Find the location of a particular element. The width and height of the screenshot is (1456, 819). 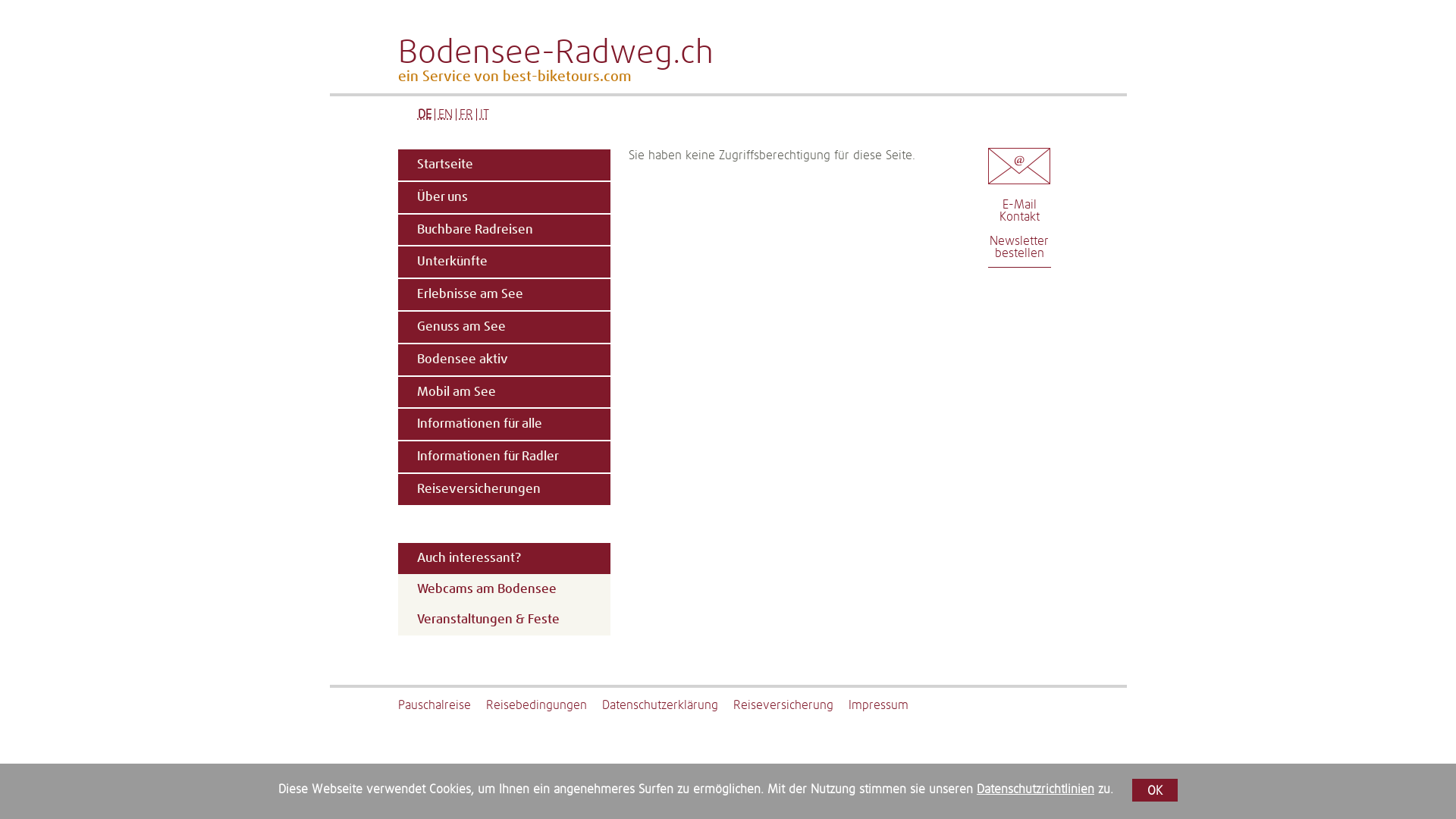

'Impressum' is located at coordinates (847, 704).